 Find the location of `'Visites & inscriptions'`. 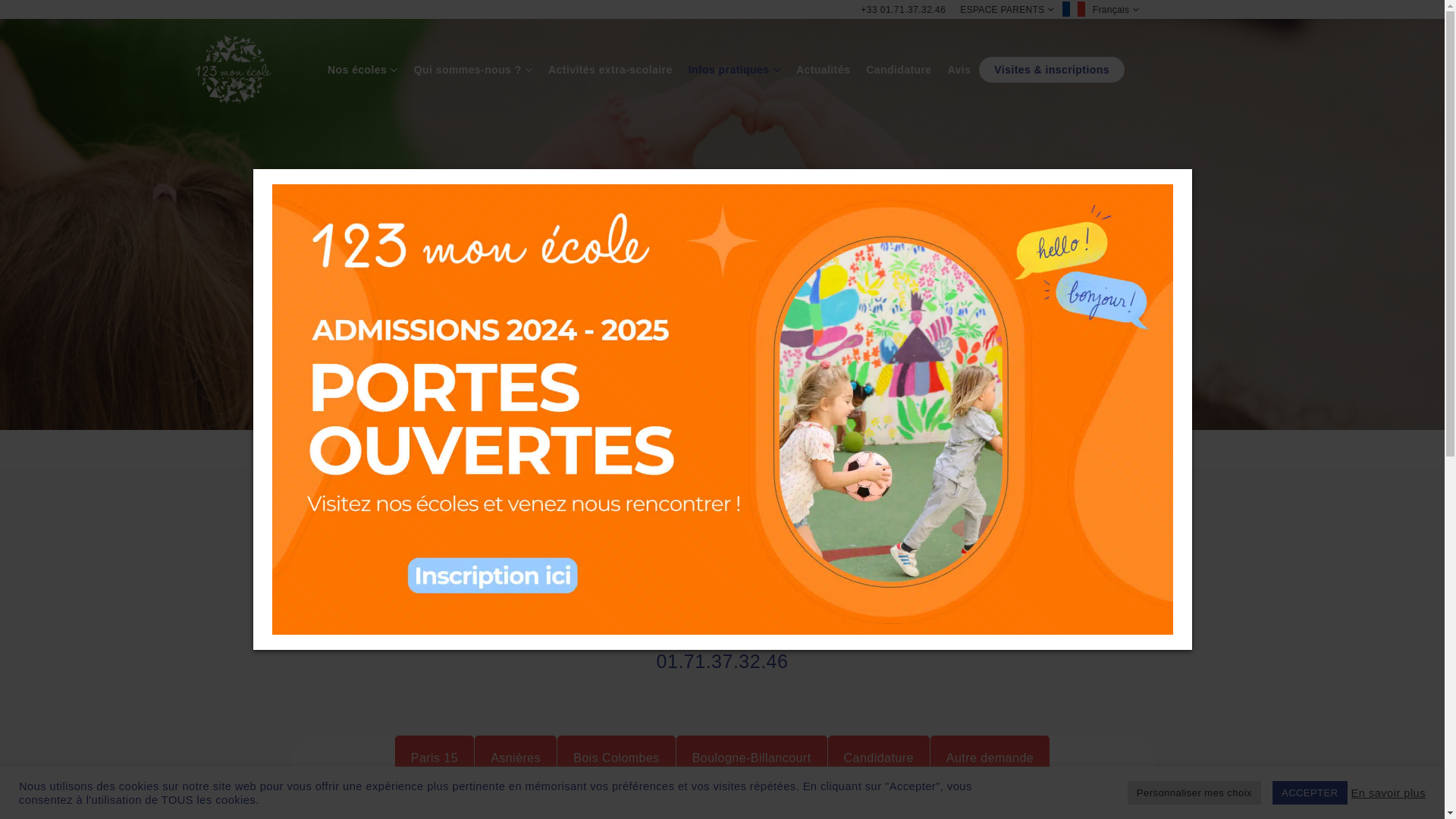

'Visites & inscriptions' is located at coordinates (1051, 70).